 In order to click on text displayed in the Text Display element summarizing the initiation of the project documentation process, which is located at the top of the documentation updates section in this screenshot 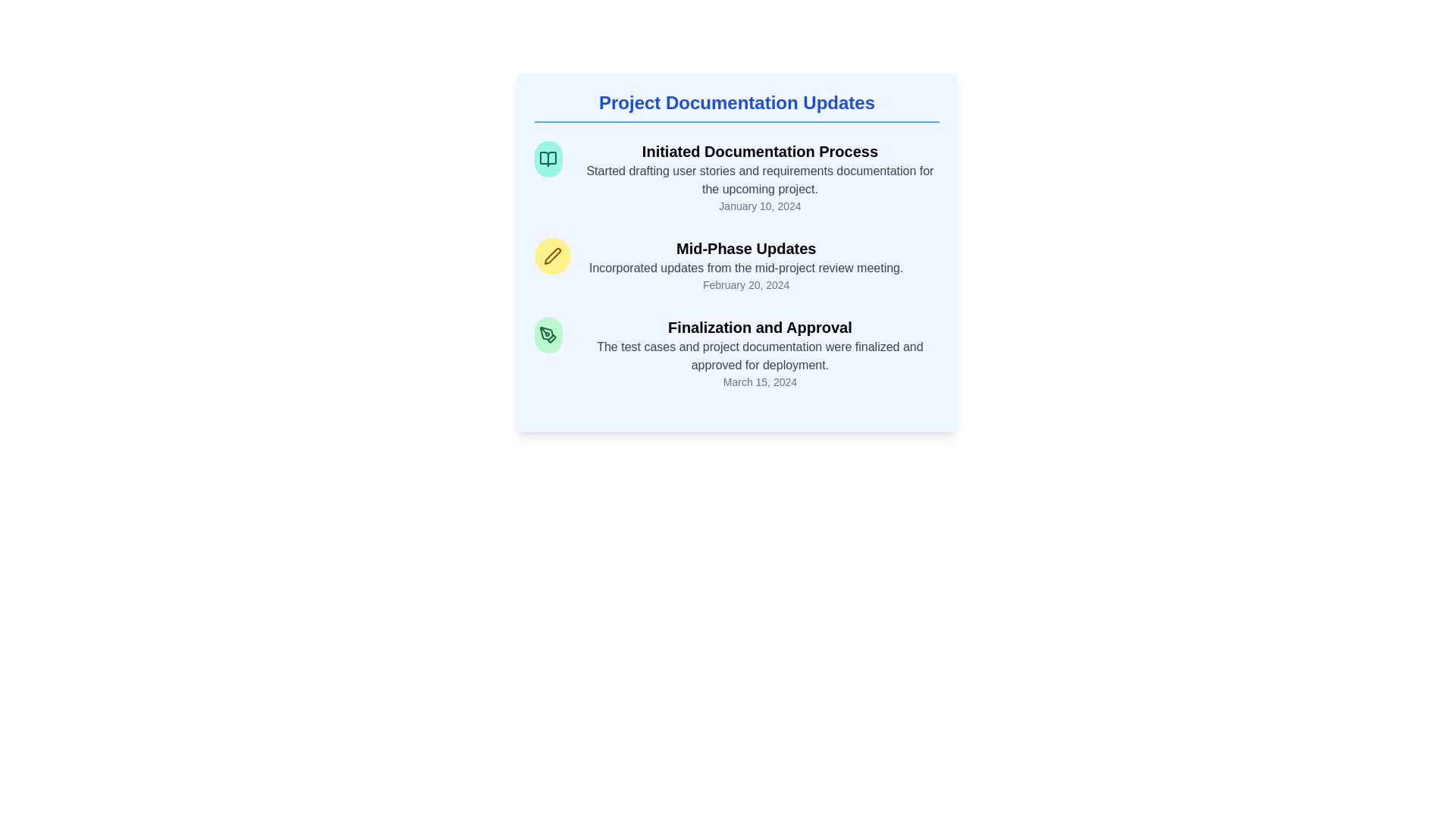, I will do `click(760, 177)`.